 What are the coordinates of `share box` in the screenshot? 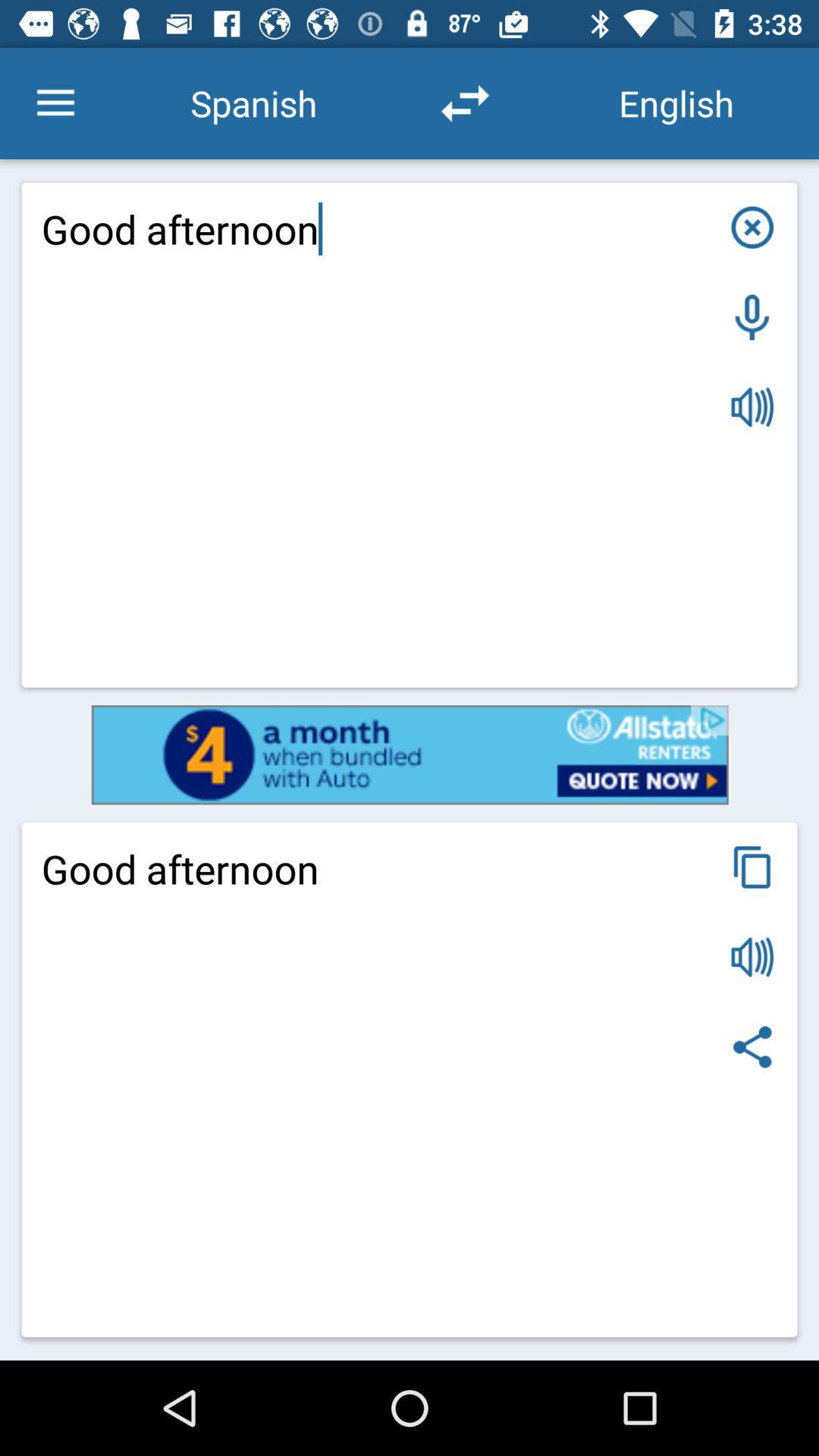 It's located at (752, 1046).